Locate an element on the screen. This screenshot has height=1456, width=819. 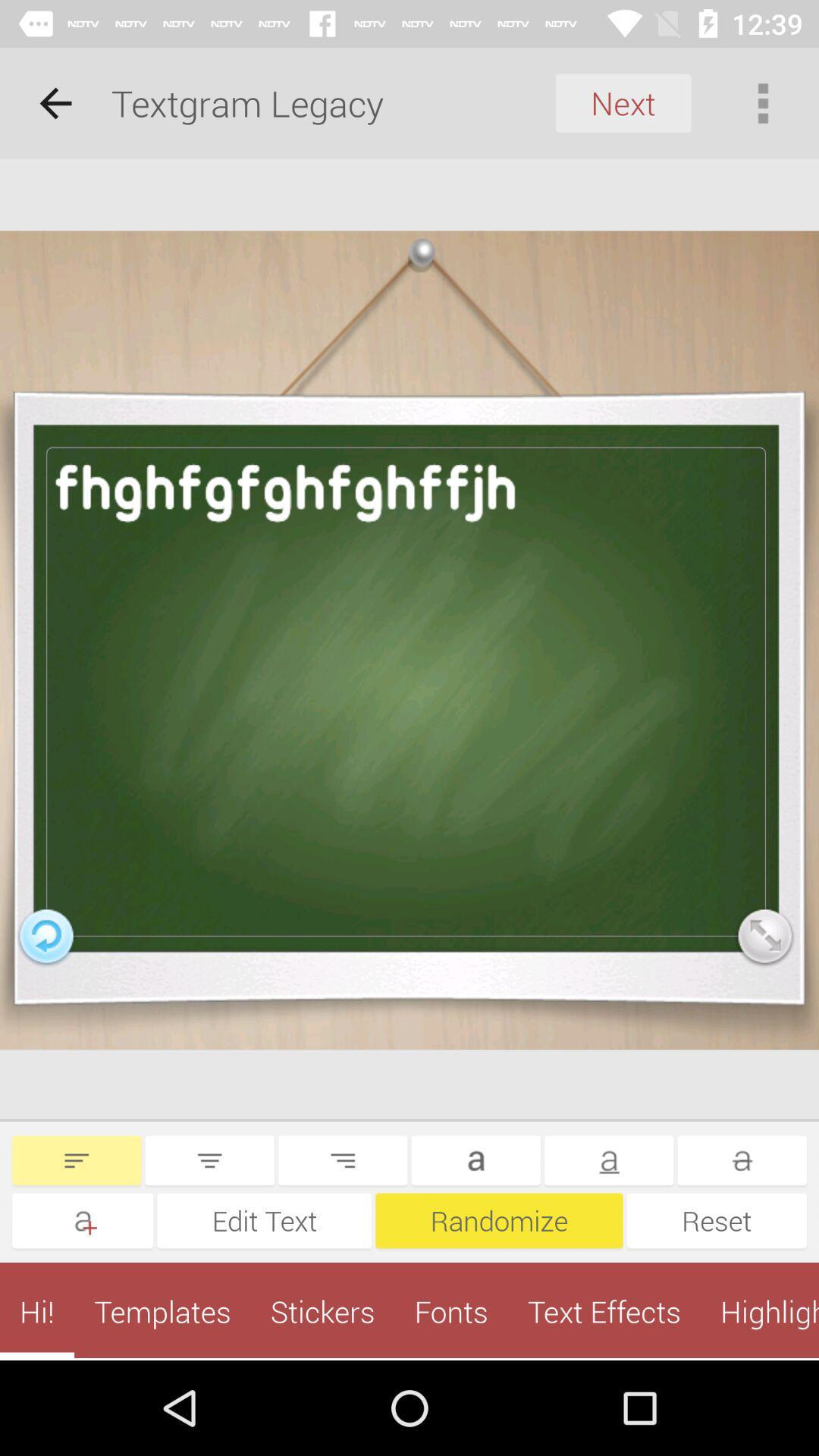
templates item is located at coordinates (162, 1310).